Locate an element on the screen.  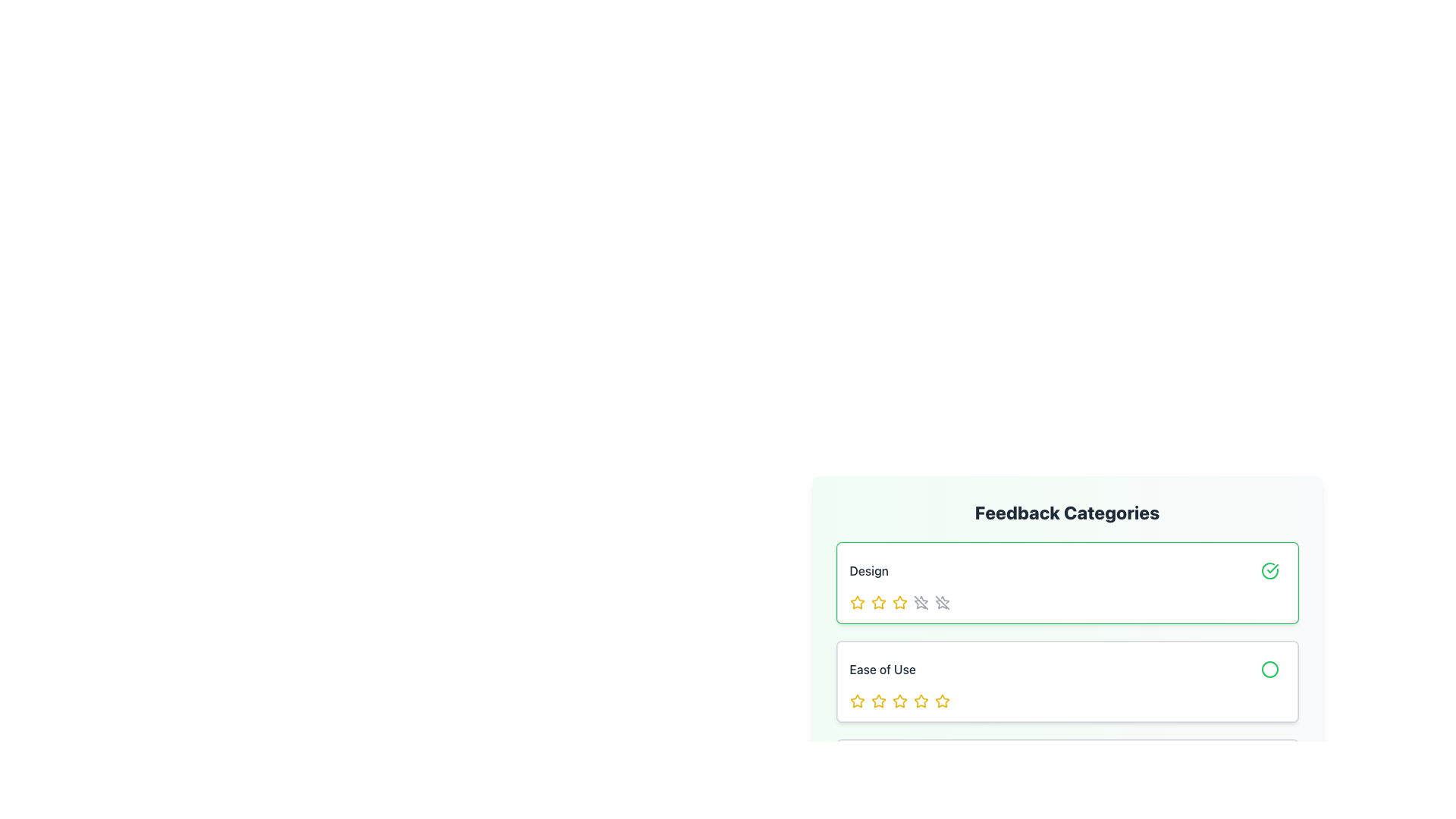
to select the fourth star in the five-star rating row located in the 'Design' feedback category section for a rating is located at coordinates (920, 601).